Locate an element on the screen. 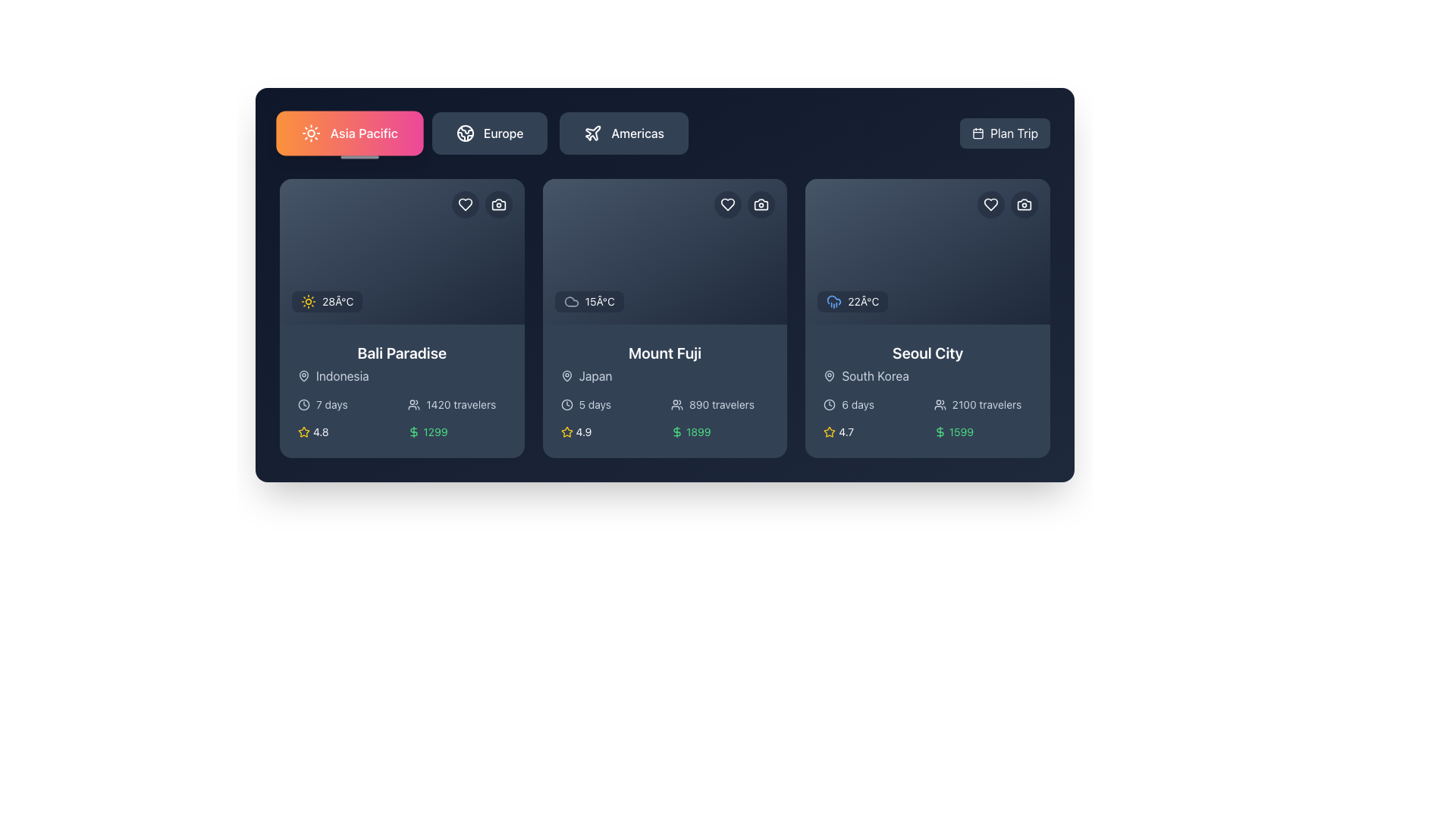  the camera icon styled in white with a dark circular background located at the top-right corner of the 'Bali Paradise' card is located at coordinates (498, 205).